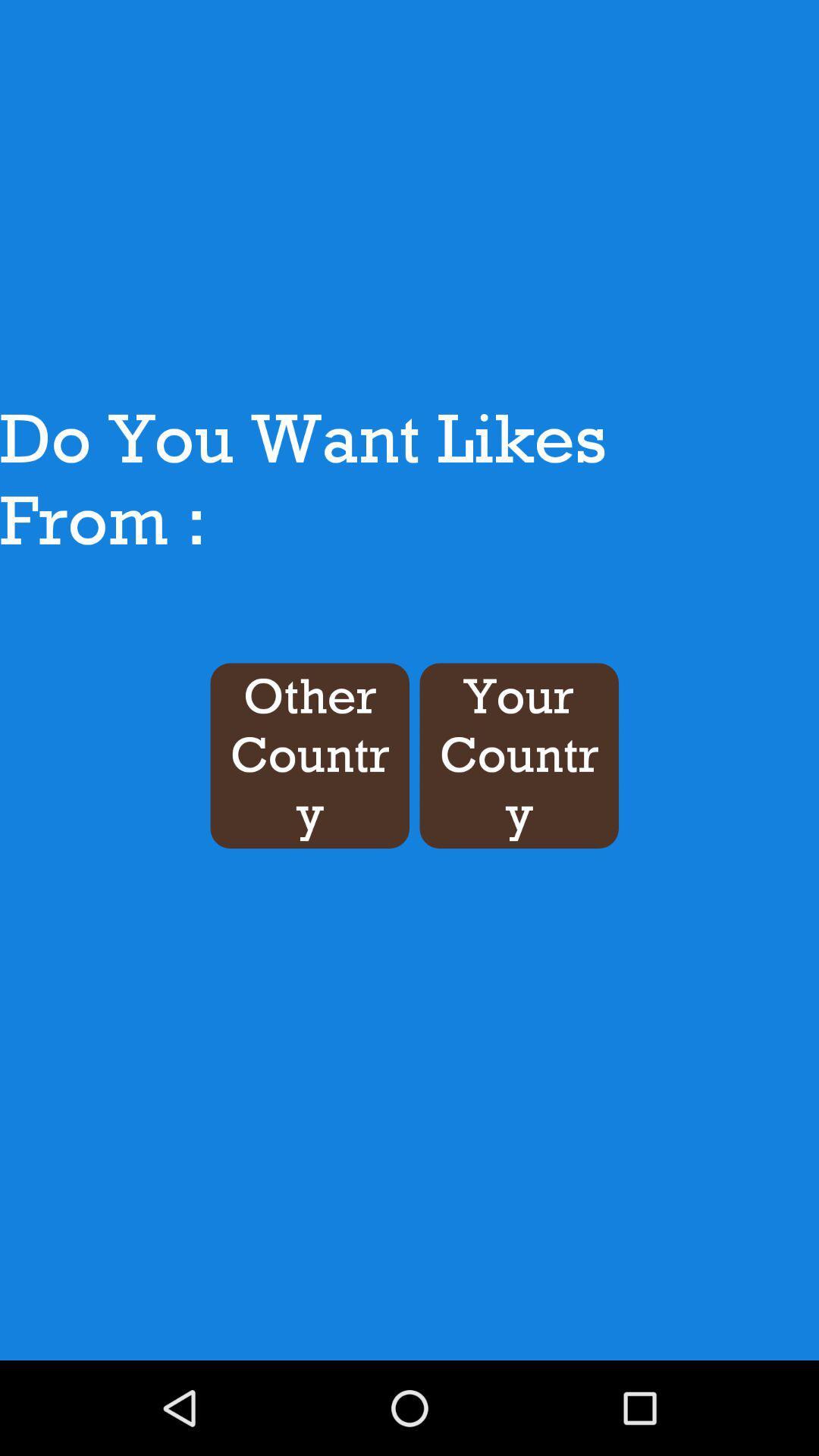 This screenshot has width=819, height=1456. I want to click on icon to the right of other country icon, so click(518, 755).